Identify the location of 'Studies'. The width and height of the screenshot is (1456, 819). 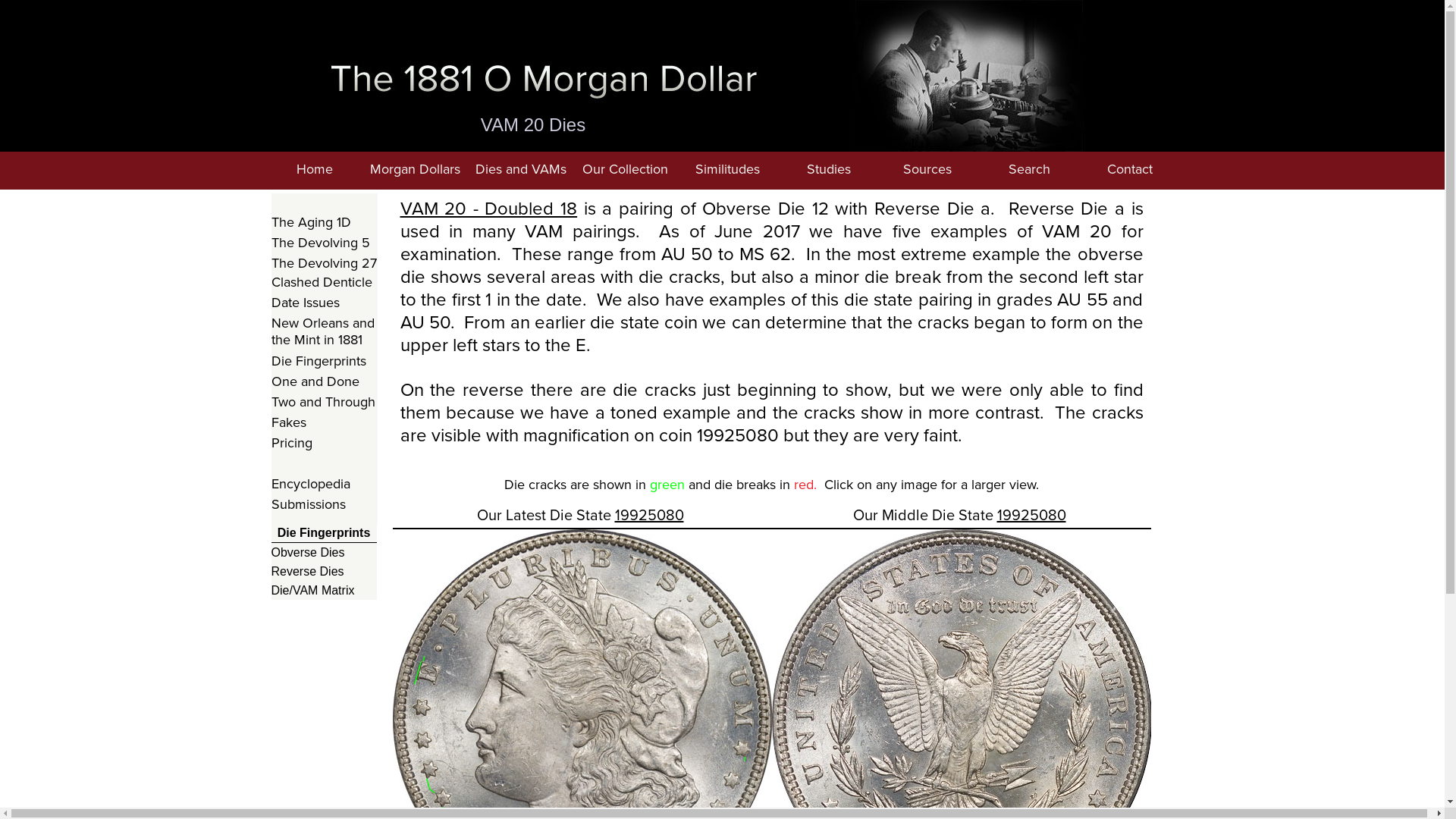
(828, 170).